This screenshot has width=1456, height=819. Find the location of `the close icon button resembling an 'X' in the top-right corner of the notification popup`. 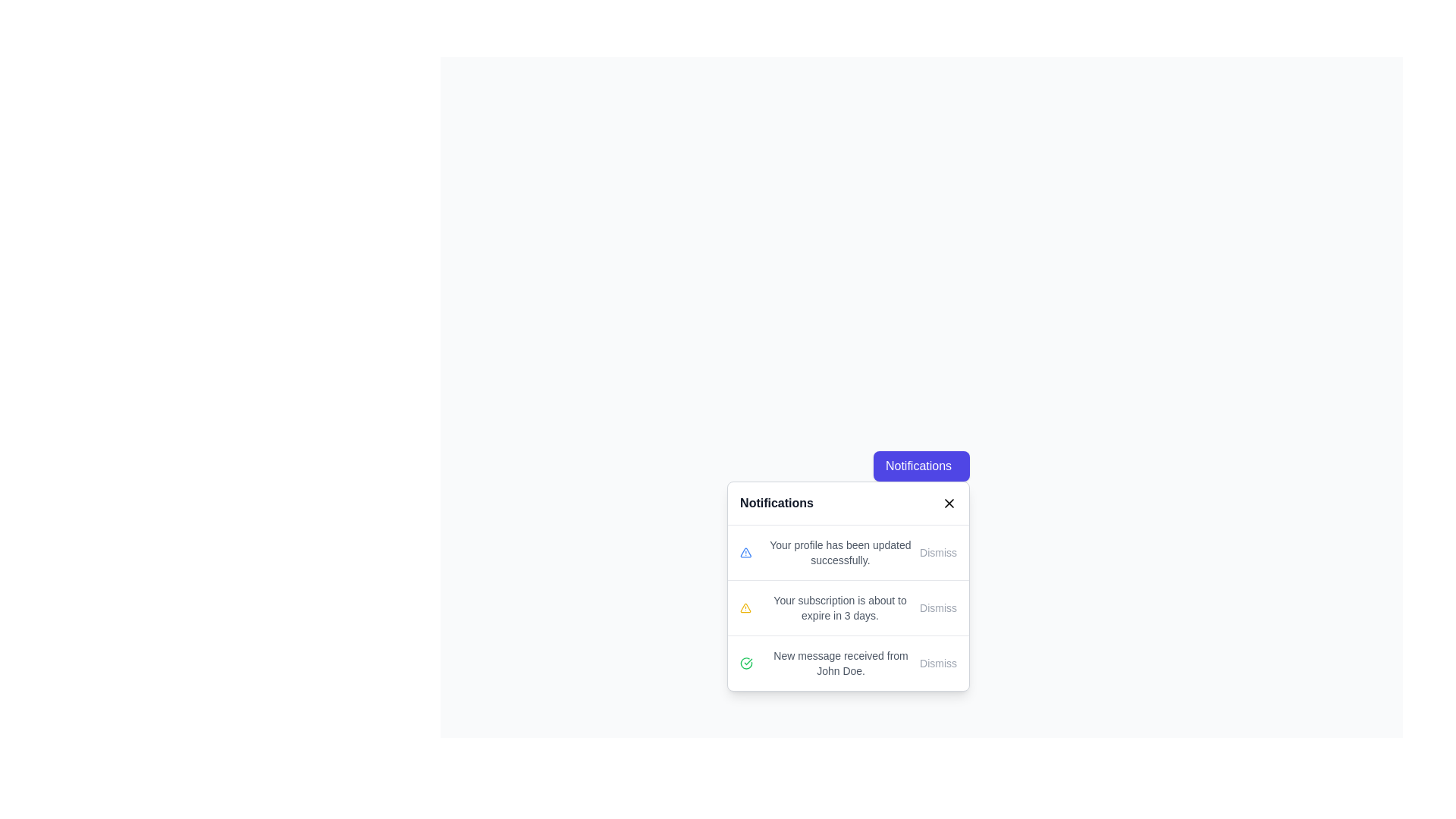

the close icon button resembling an 'X' in the top-right corner of the notification popup is located at coordinates (949, 503).